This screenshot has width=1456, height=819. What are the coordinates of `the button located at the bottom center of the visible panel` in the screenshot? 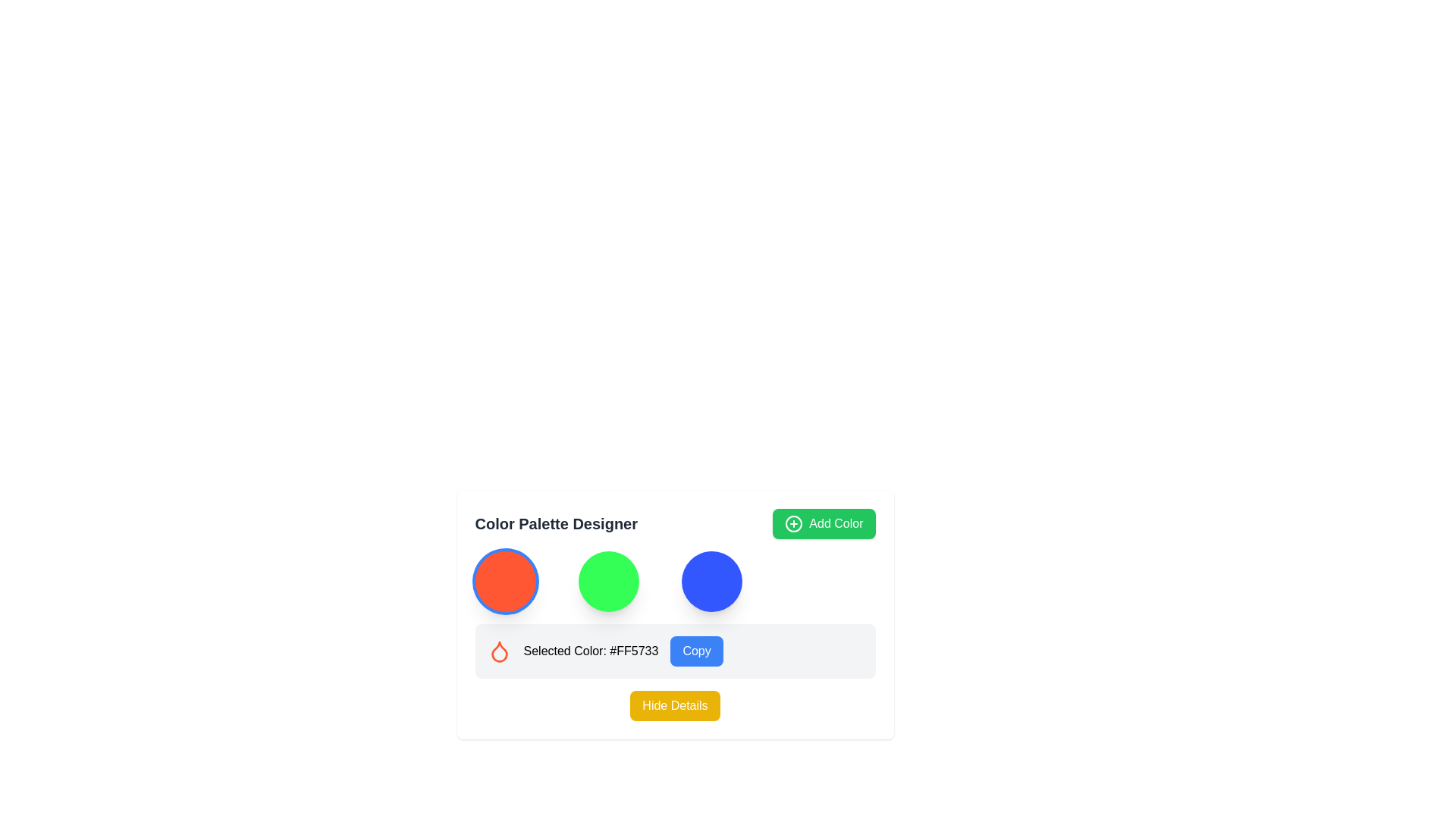 It's located at (674, 705).